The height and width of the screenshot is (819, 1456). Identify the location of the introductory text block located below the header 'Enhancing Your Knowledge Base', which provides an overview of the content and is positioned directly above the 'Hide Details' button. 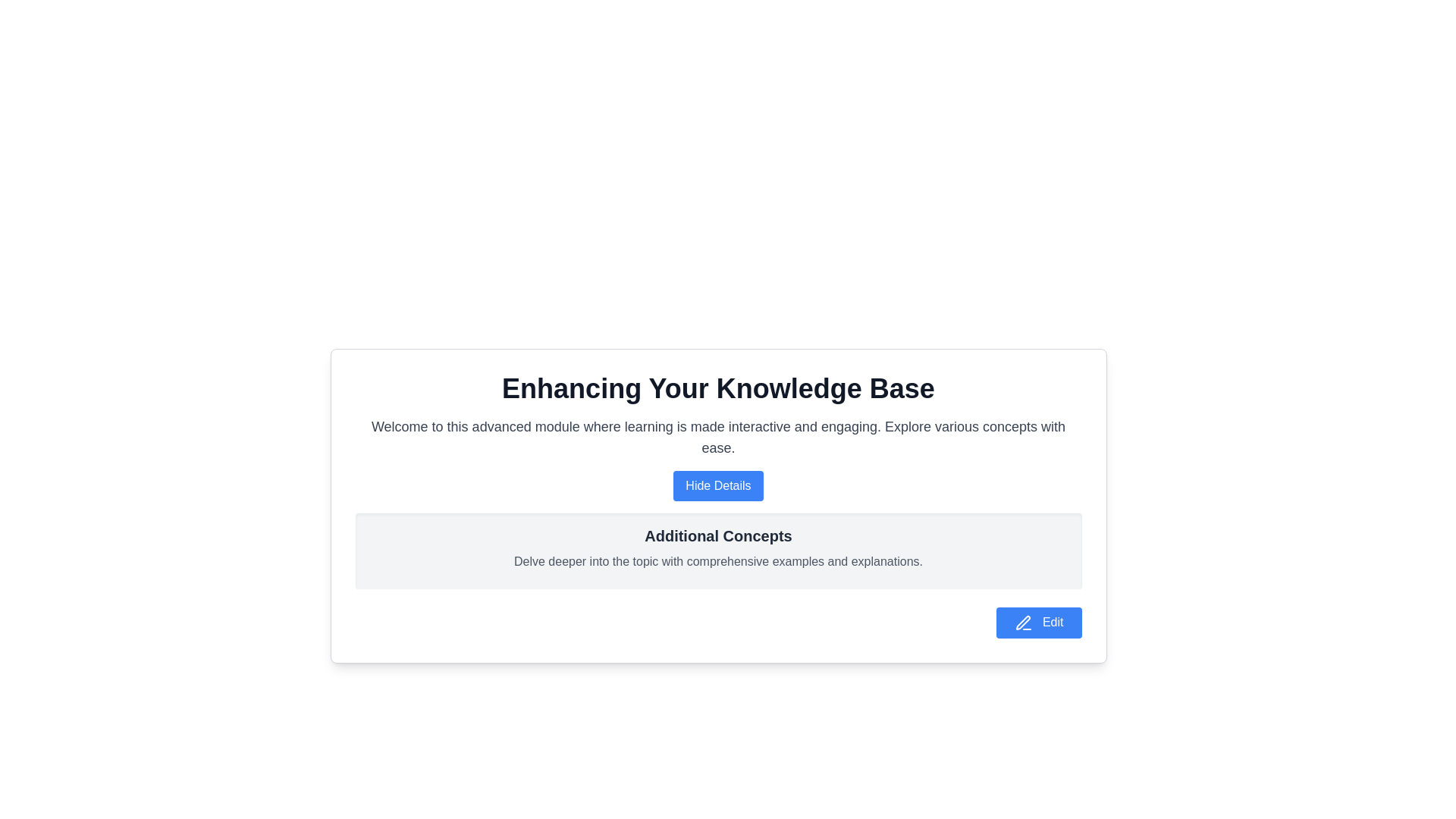
(717, 438).